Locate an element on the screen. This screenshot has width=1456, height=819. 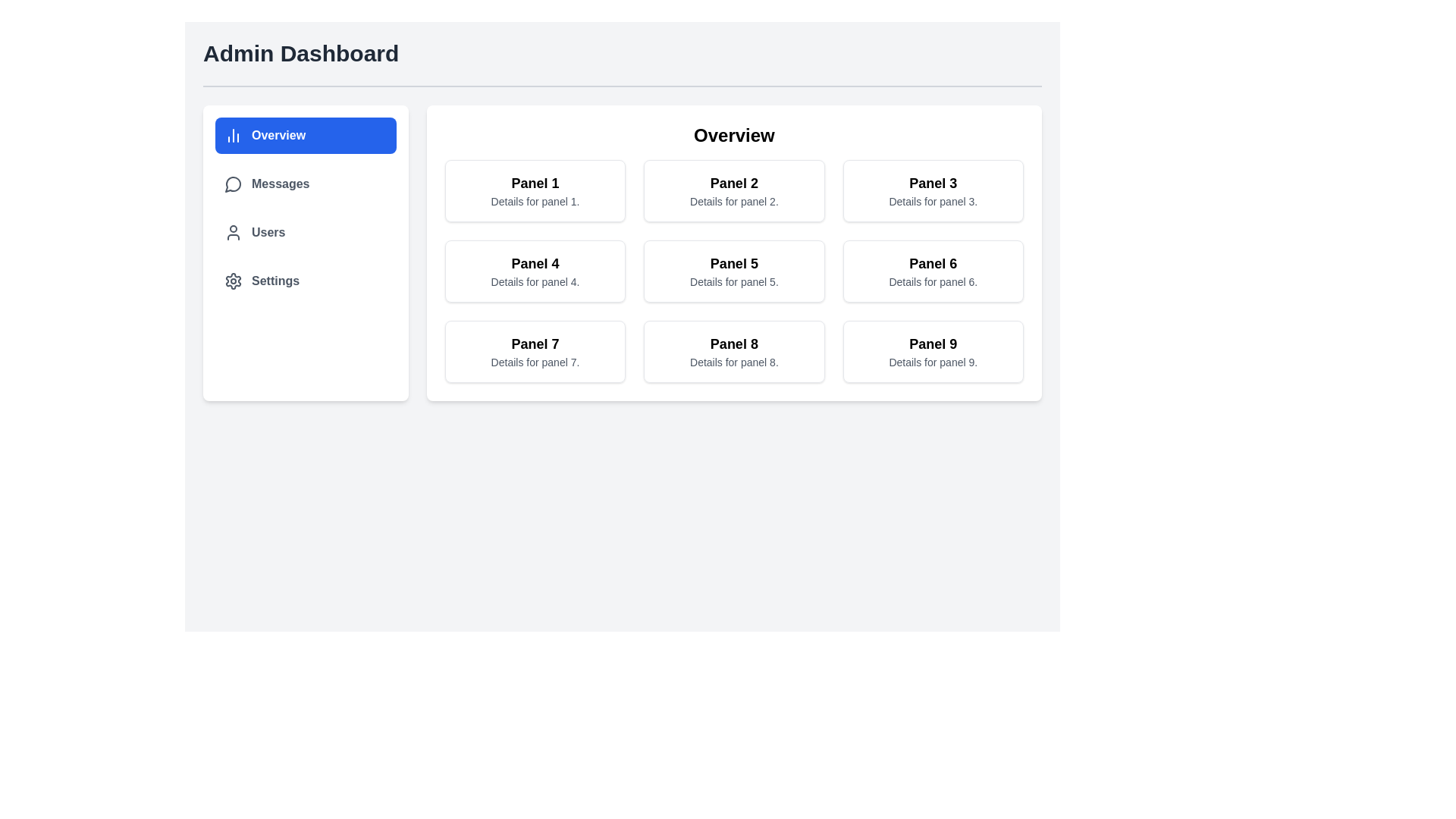
the descriptive text element for 'Panel 1', which is located directly below the title 'Panel 1' in the first panel of a grid layout is located at coordinates (535, 201).